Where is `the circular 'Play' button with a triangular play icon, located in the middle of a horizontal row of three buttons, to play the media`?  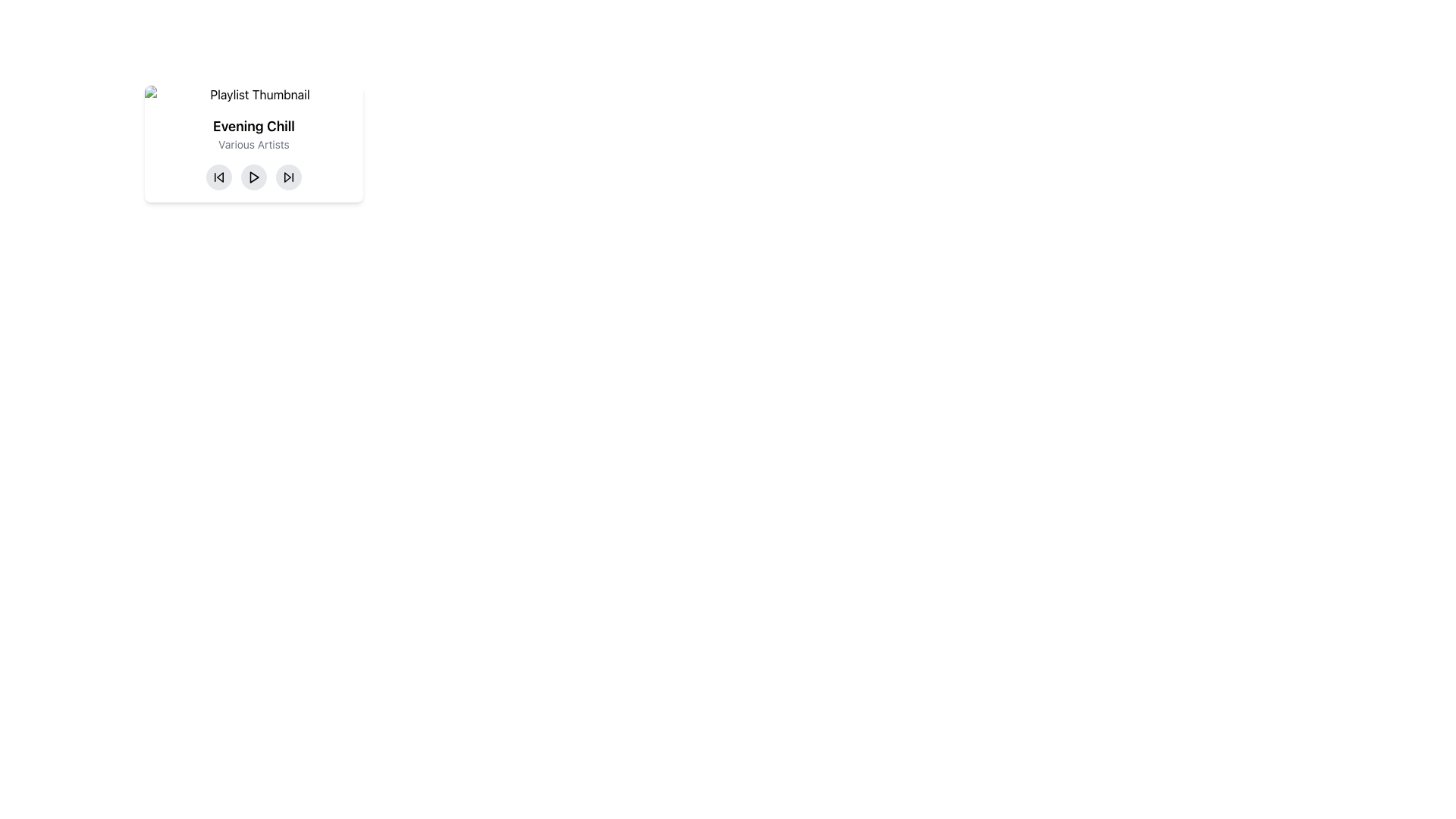
the circular 'Play' button with a triangular play icon, located in the middle of a horizontal row of three buttons, to play the media is located at coordinates (254, 177).